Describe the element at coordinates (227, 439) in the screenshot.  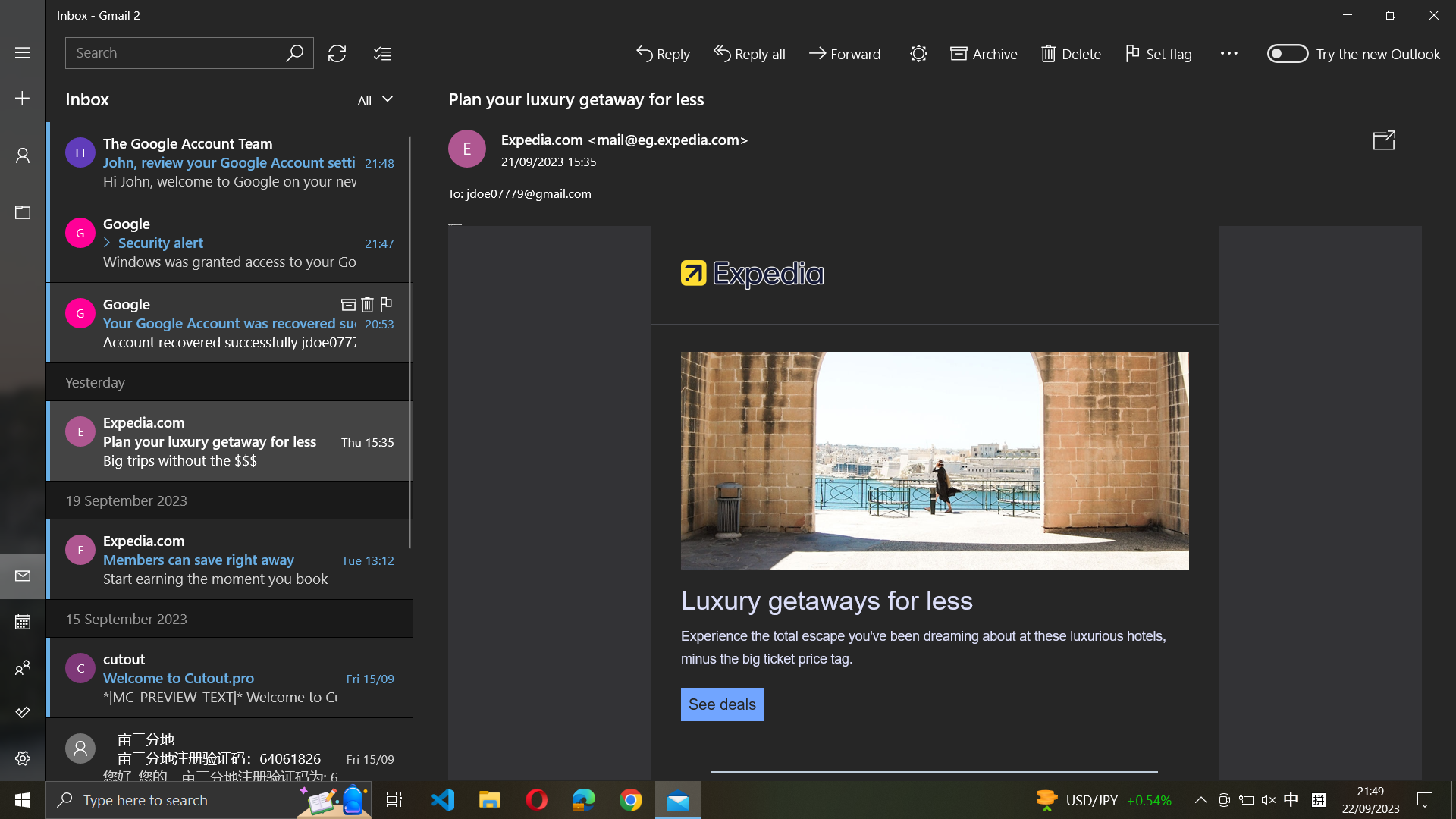
I see `Send on an email received from Expedia.com yesterday` at that location.